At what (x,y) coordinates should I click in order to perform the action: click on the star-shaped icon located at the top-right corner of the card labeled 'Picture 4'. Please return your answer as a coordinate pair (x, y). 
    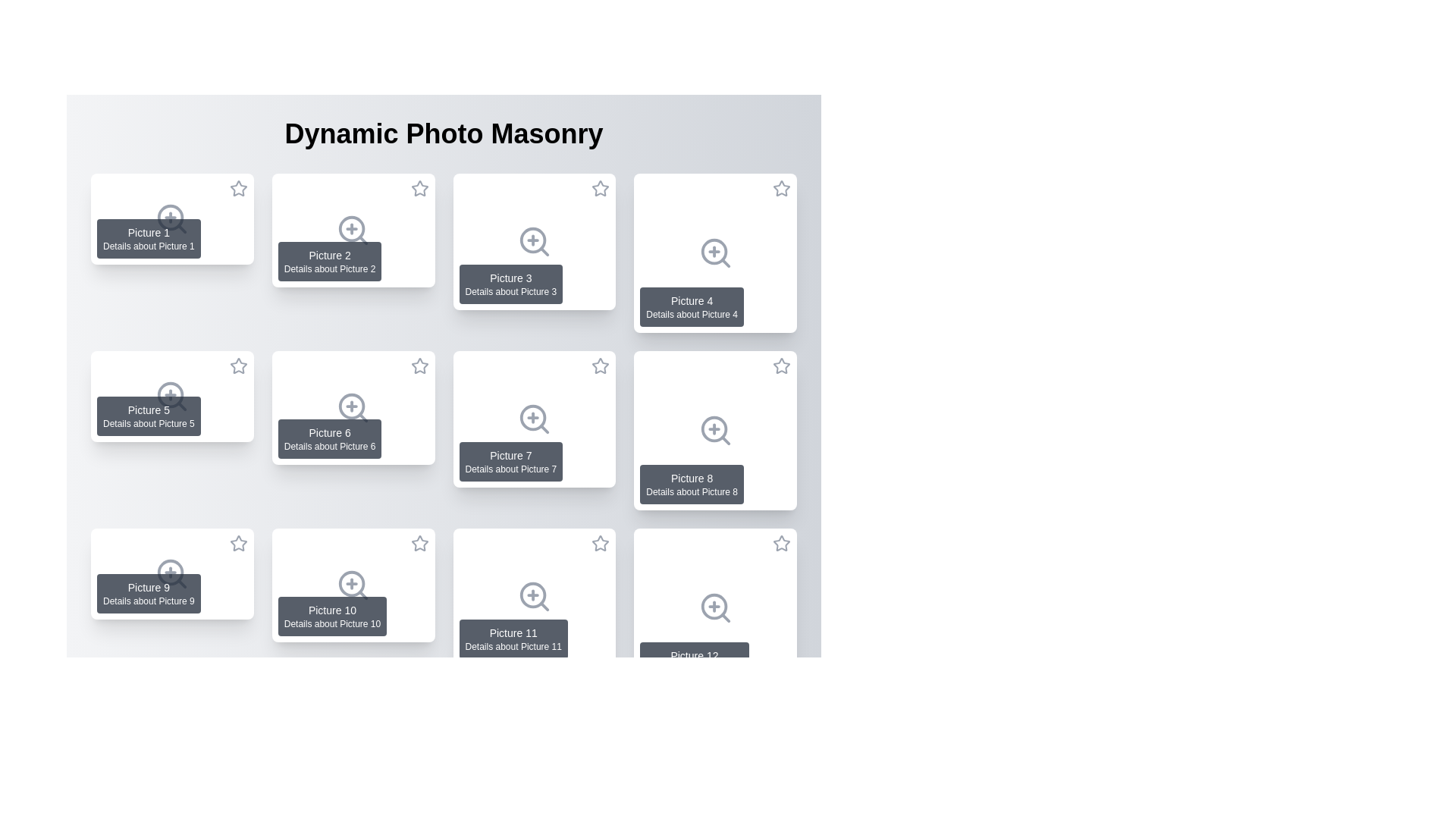
    Looking at the image, I should click on (782, 187).